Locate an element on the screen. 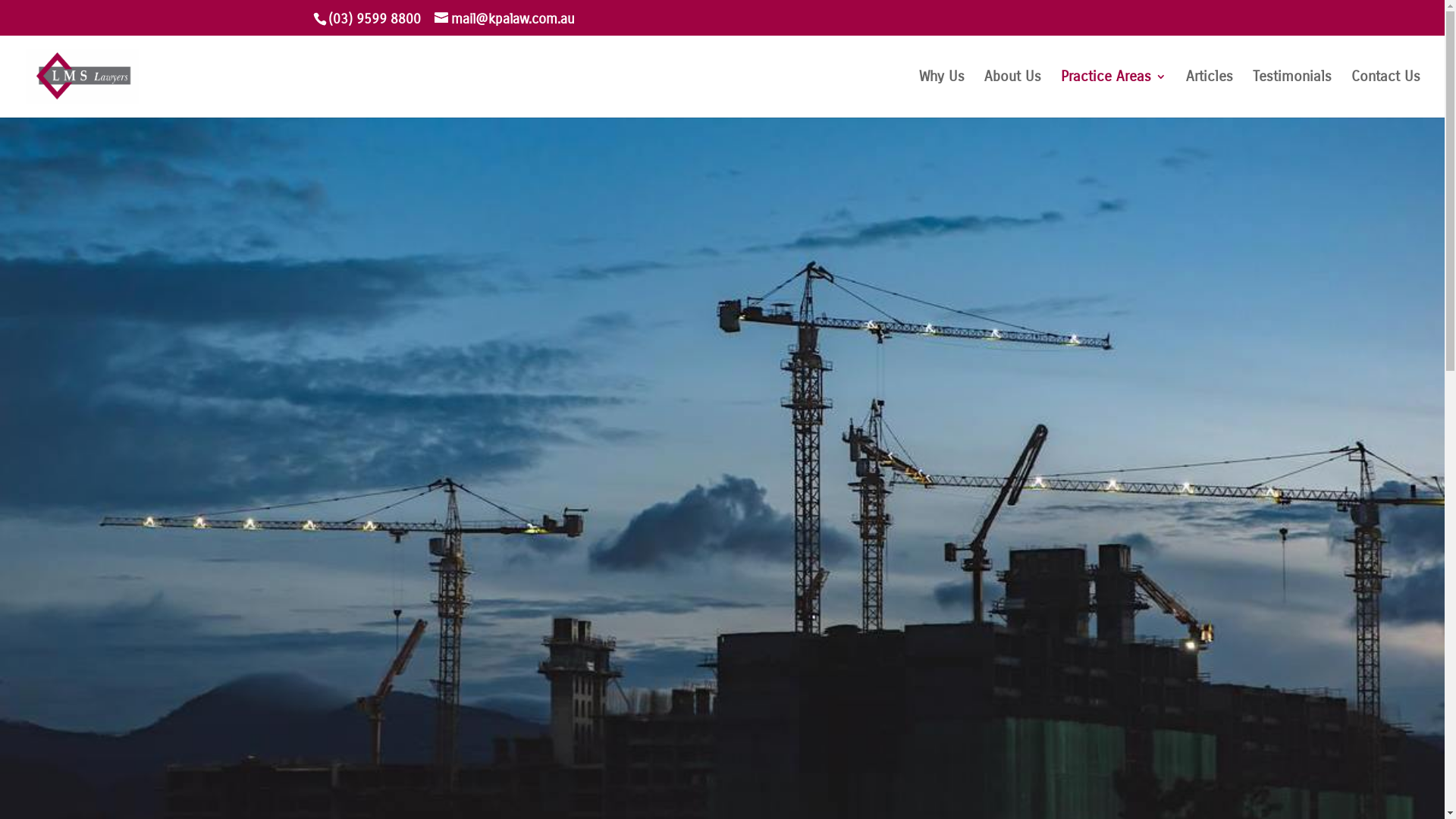 This screenshot has height=819, width=1456. 'Practice Areas' is located at coordinates (1113, 94).